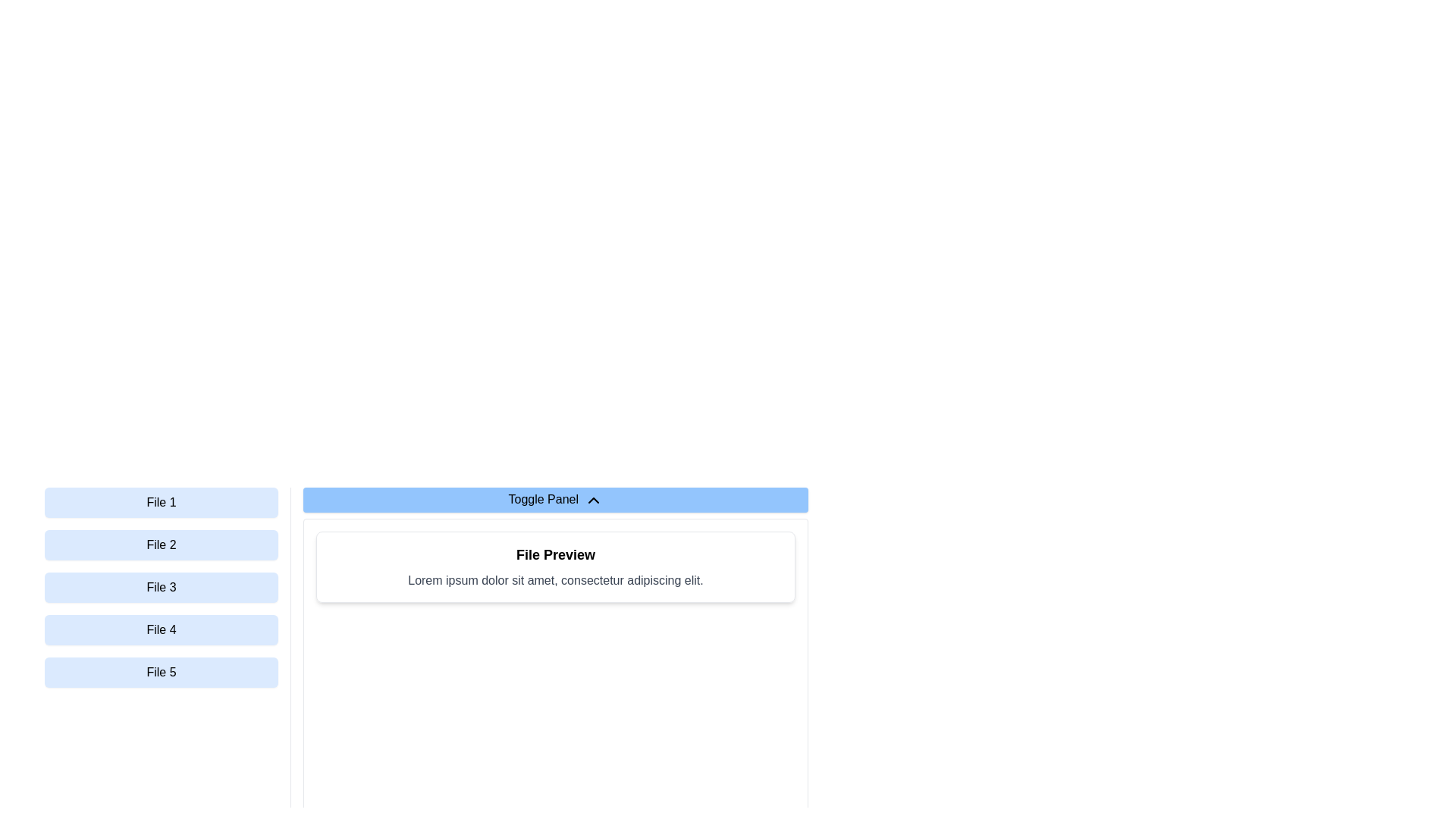  Describe the element at coordinates (593, 500) in the screenshot. I see `the upward-pointing chevron icon located to the right of the 'Toggle Panel' button, which shares its blue background and rounded corners` at that location.